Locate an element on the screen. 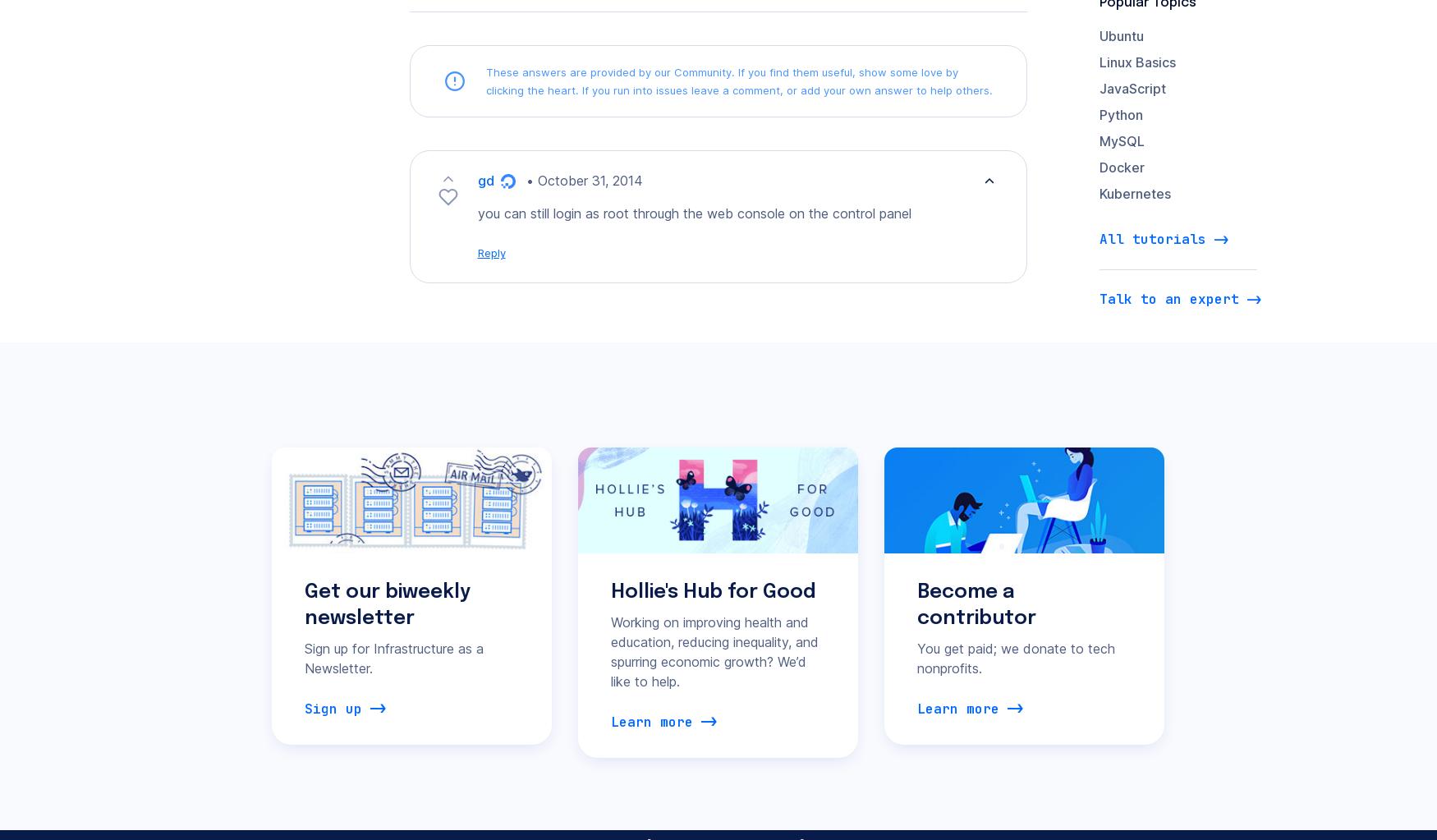 This screenshot has width=1437, height=840. 'Solutions' is located at coordinates (853, 132).